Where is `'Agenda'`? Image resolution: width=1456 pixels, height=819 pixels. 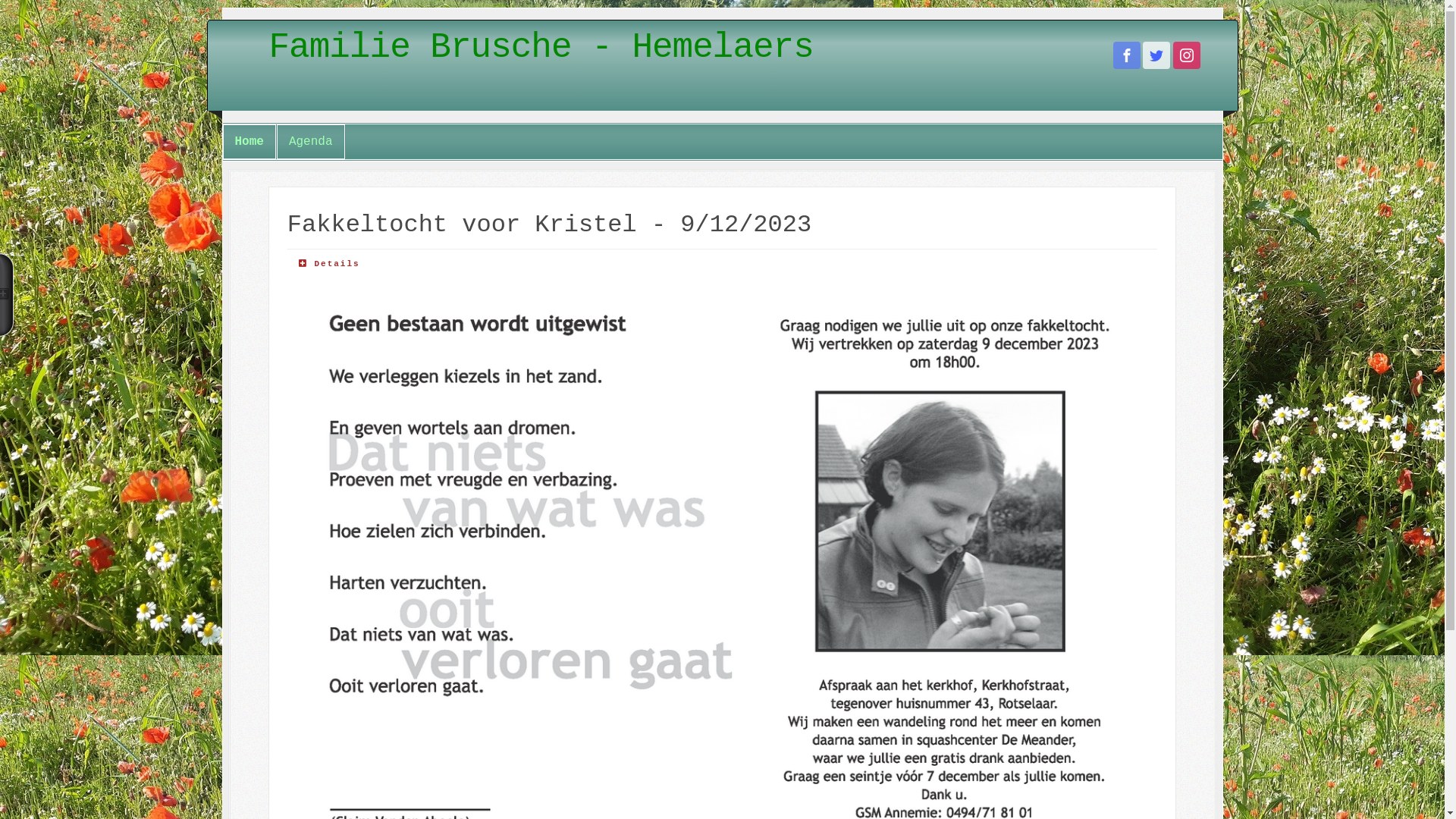
'Agenda' is located at coordinates (309, 141).